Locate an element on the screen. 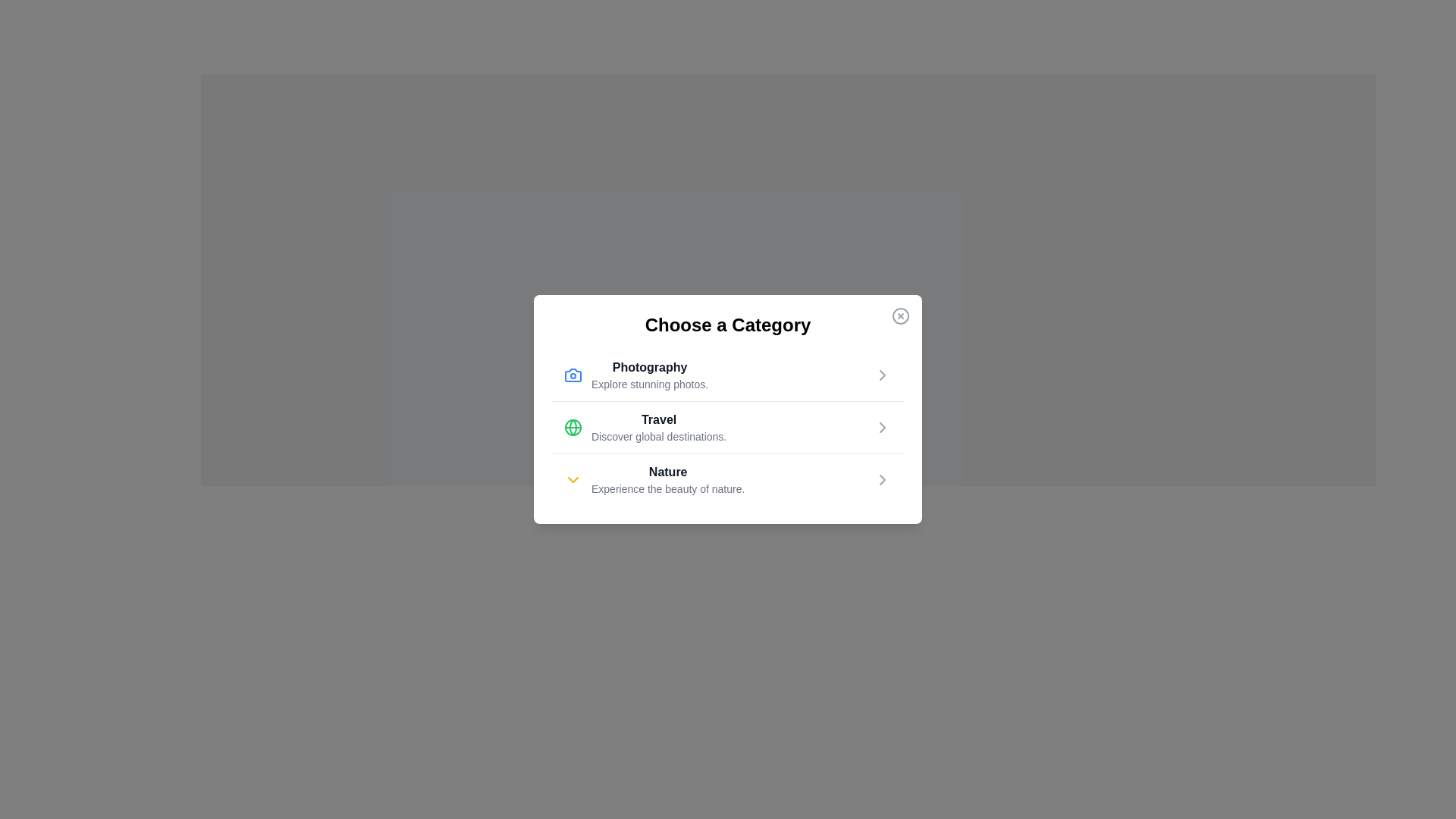 Image resolution: width=1456 pixels, height=819 pixels. the rightward-pointing chevron icon next to the 'Travel' category in the 'Choose a Category' interface is located at coordinates (882, 427).